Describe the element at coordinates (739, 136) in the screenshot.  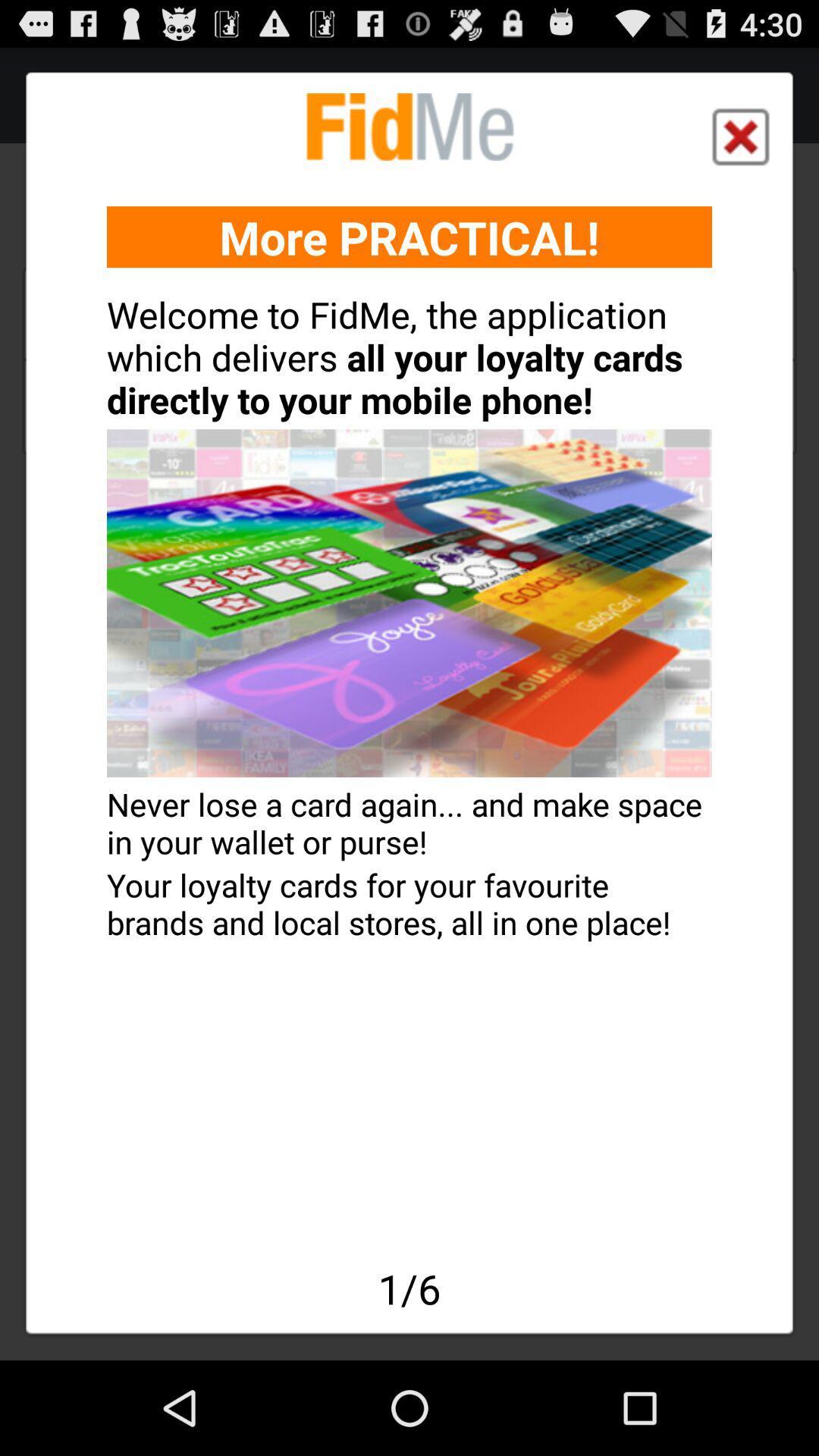
I see `item above more practical! item` at that location.